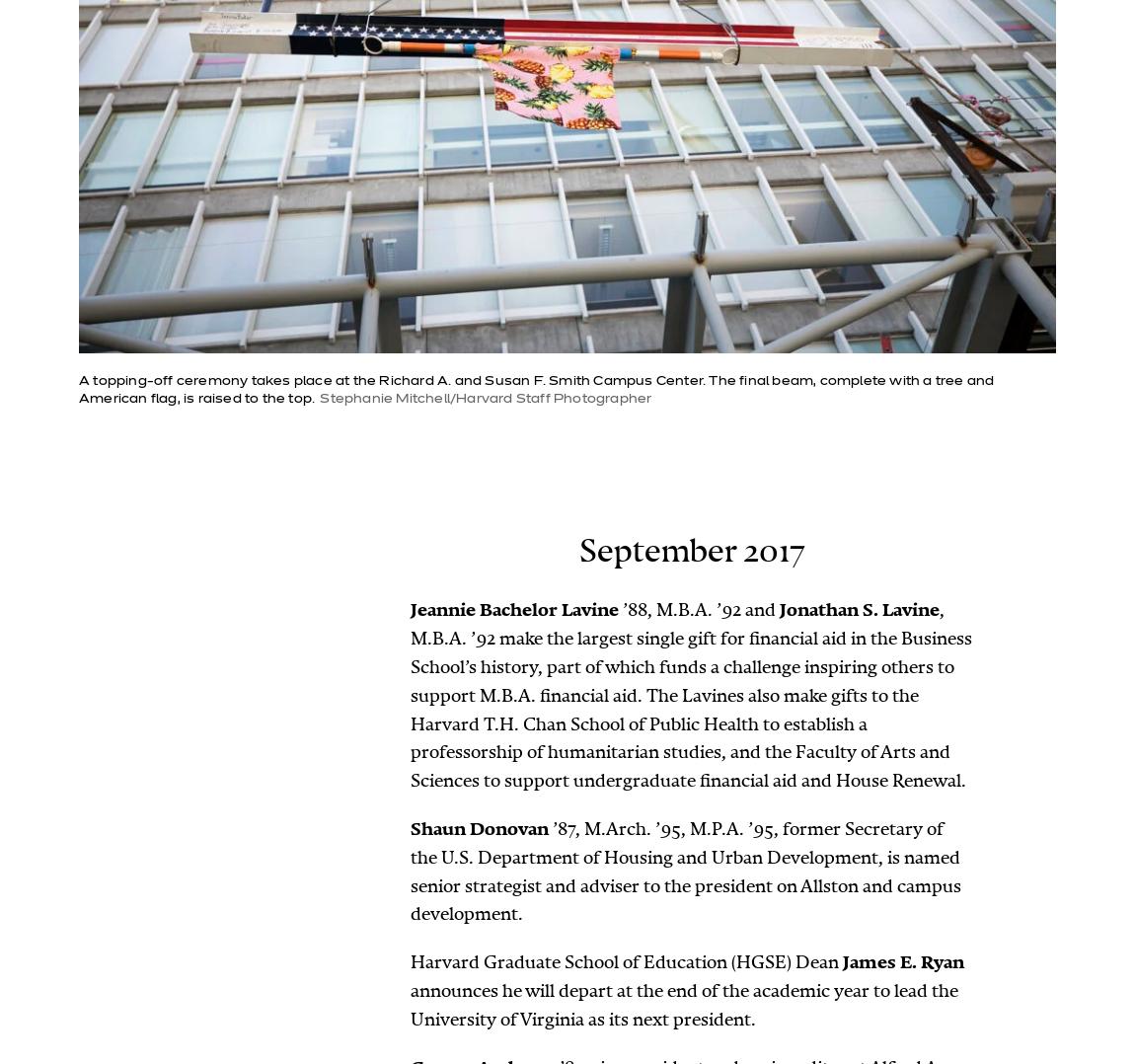 The height and width of the screenshot is (1064, 1135). I want to click on 'A topping-off ceremony takes place at the Richard A. and Susan F. Smith Campus Center. The final beam, complete with a tree and American flag, is raised to the top.', so click(78, 388).